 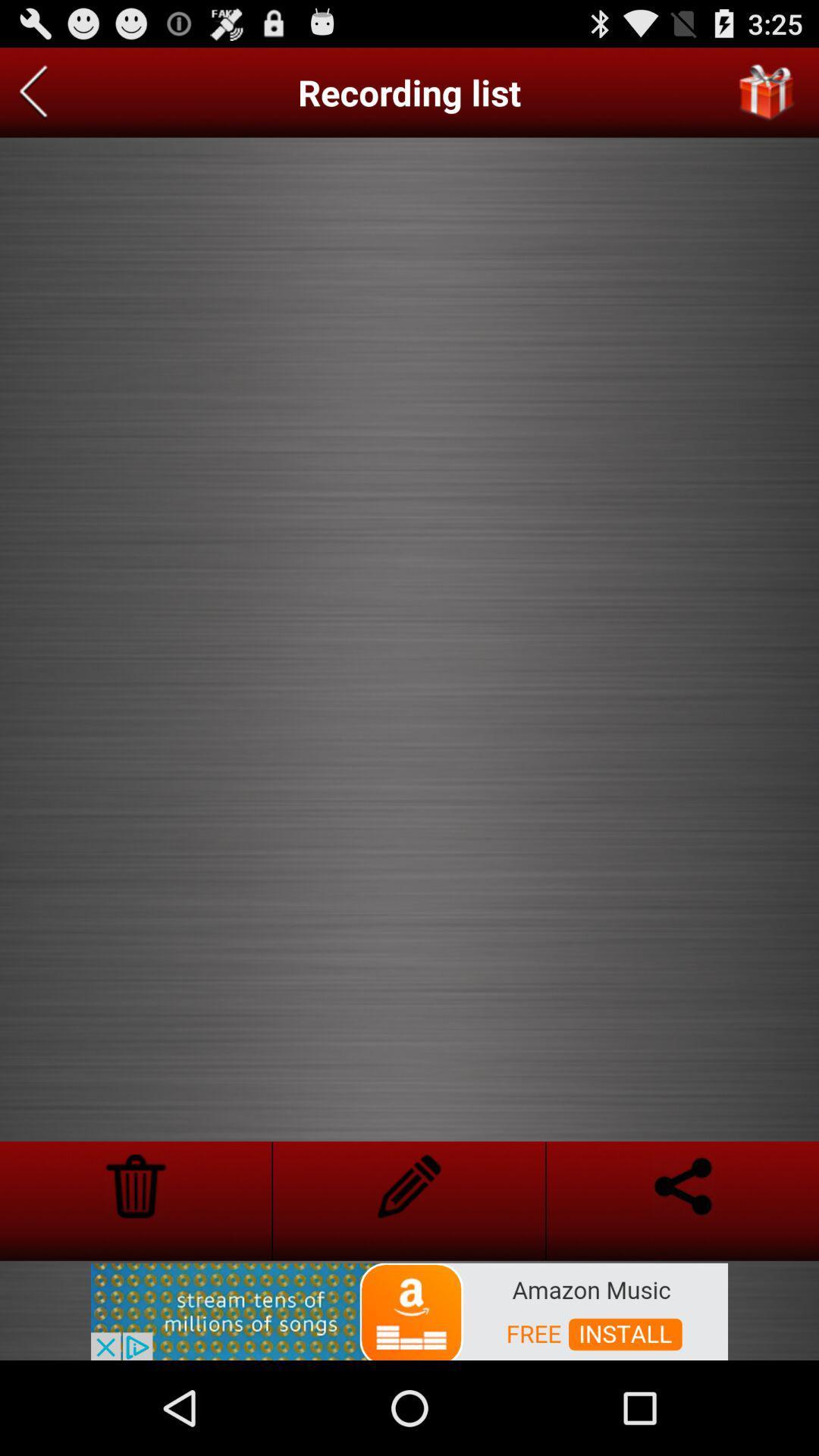 What do you see at coordinates (408, 1185) in the screenshot?
I see `edit description` at bounding box center [408, 1185].